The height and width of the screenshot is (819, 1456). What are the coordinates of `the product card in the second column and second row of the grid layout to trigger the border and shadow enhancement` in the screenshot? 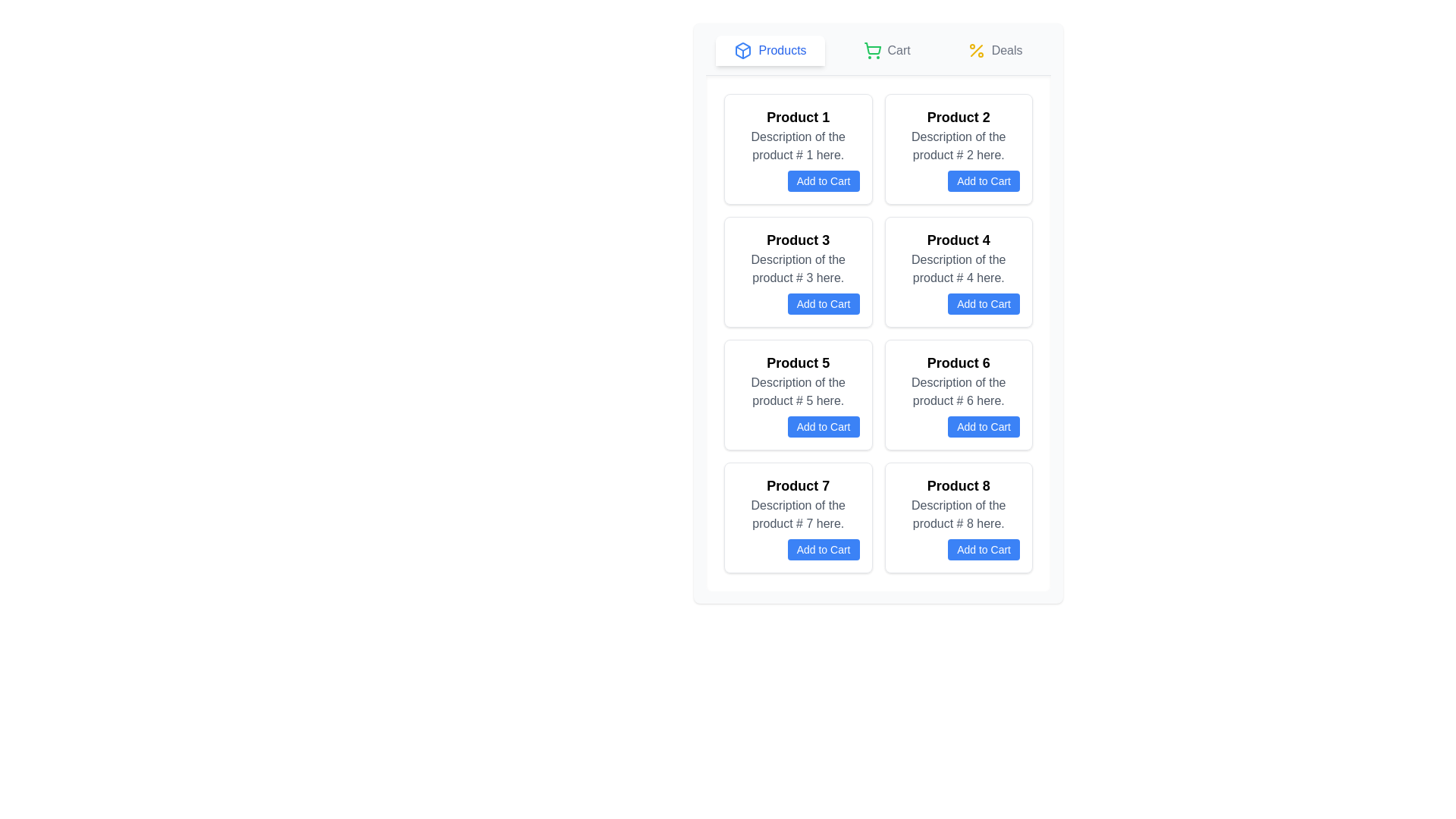 It's located at (958, 271).